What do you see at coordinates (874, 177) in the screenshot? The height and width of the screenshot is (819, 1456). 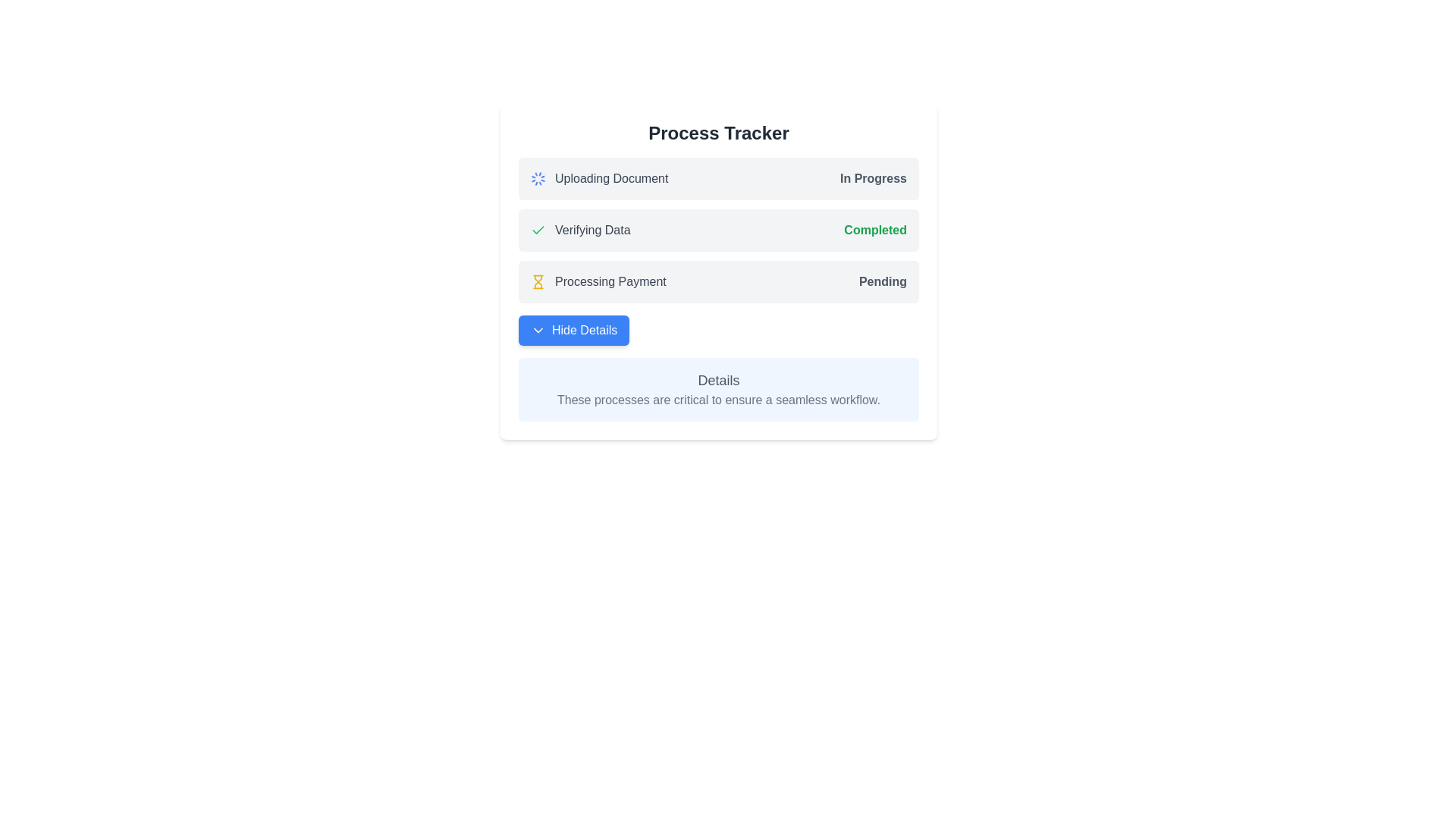 I see `the text label displaying the status 'In Progress' located on the right side of the 'Uploading Document' row` at bounding box center [874, 177].